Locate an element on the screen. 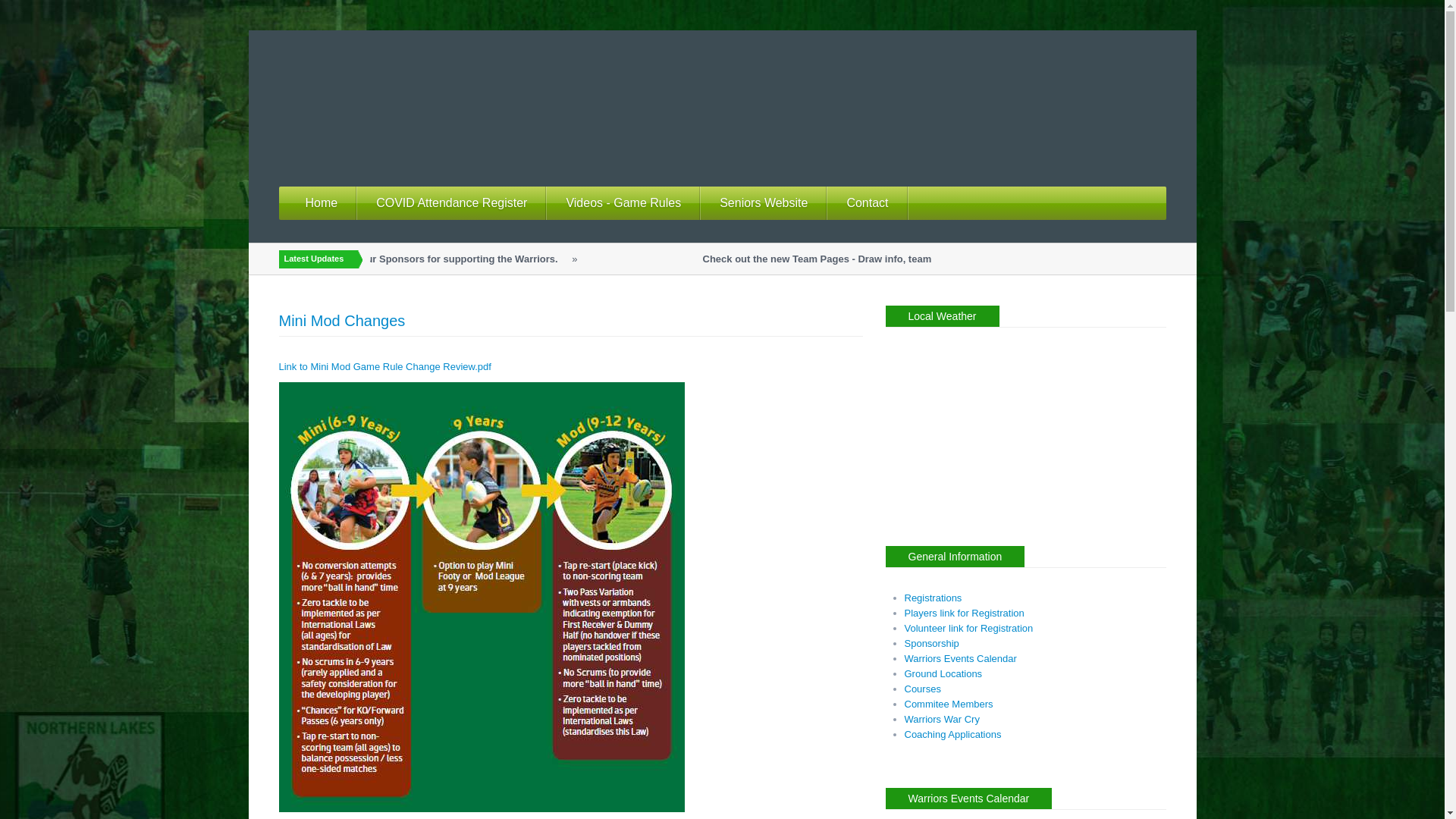 This screenshot has height=819, width=1456. 'Thanks to all of our Sponsors for supporting the Warriors.' is located at coordinates (450, 258).